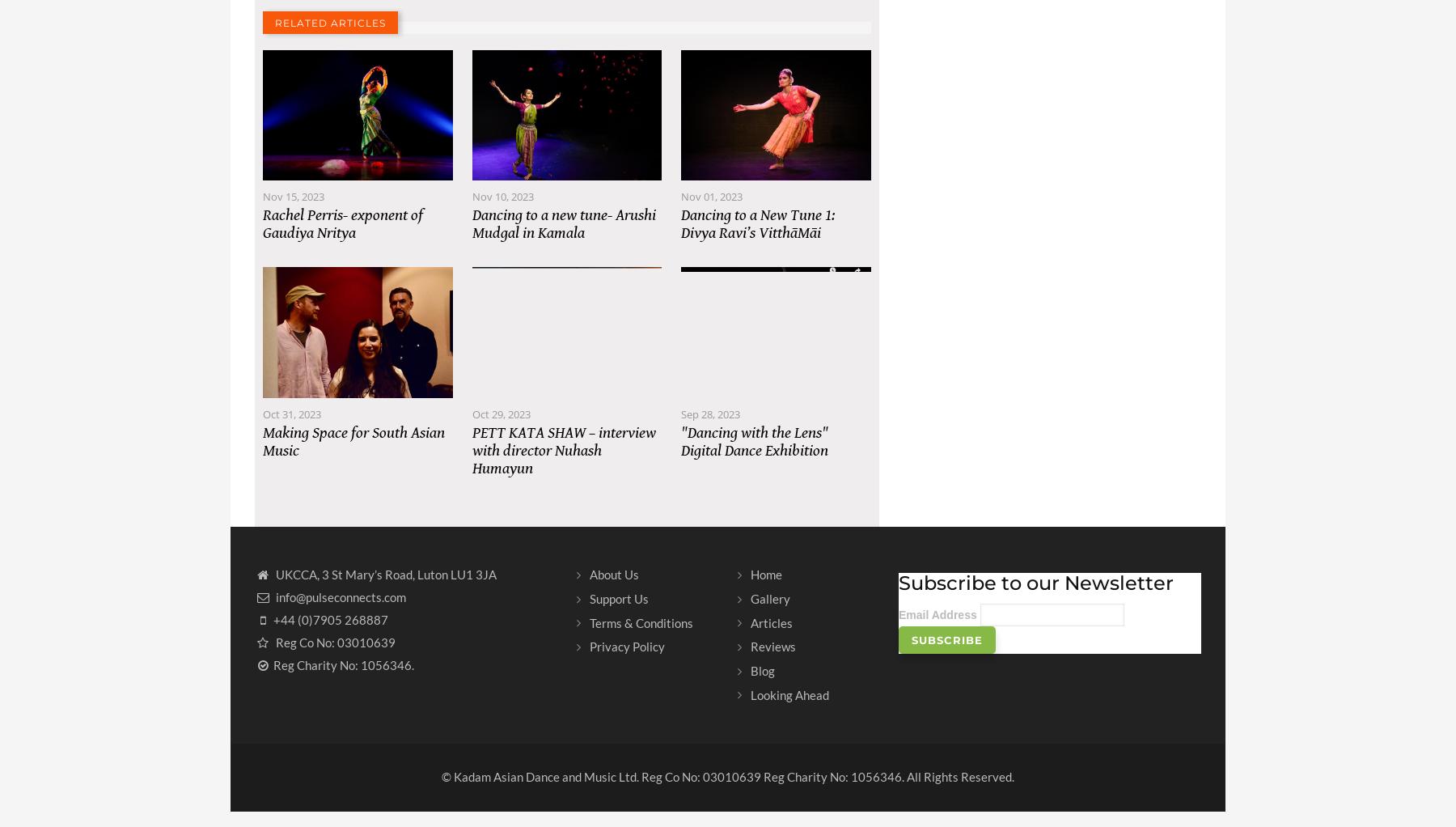 Image resolution: width=1456 pixels, height=827 pixels. Describe the element at coordinates (681, 239) in the screenshot. I see `'Dancing to a New Tune 1: Divya Ravi’s VitthāMāi'` at that location.